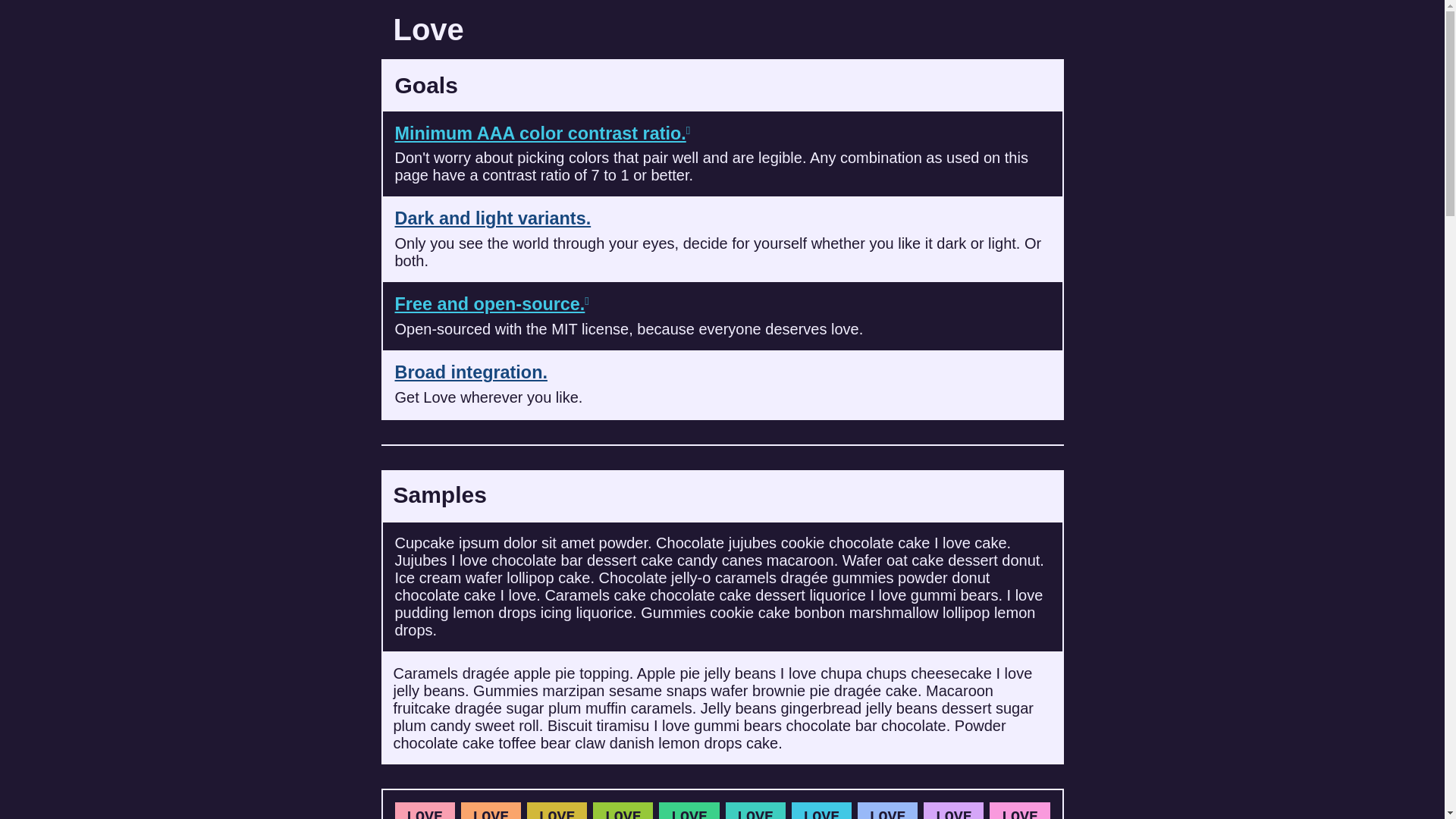  Describe the element at coordinates (469, 372) in the screenshot. I see `'Broad integration.'` at that location.